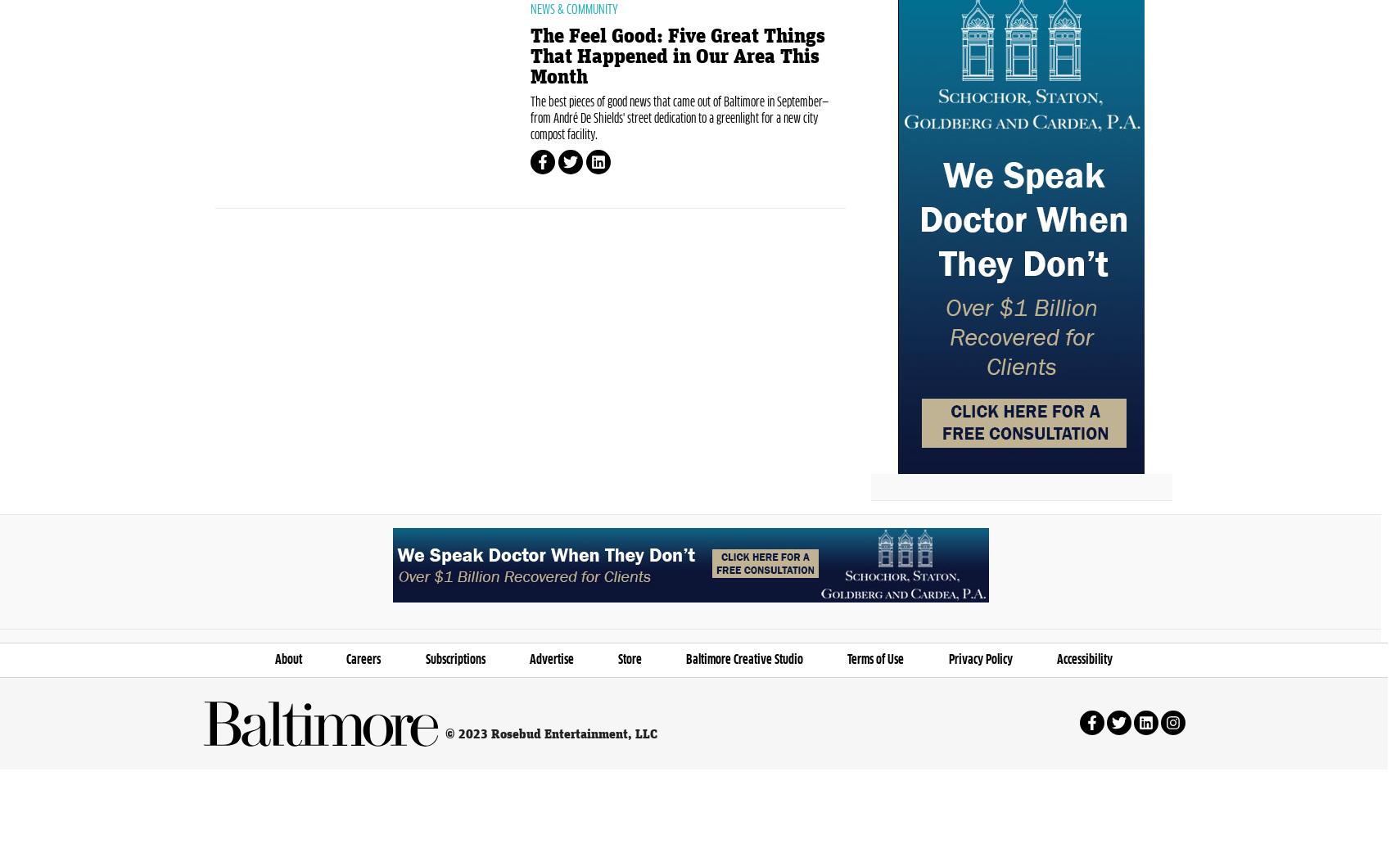  I want to click on 'Privacy Policy', so click(947, 736).